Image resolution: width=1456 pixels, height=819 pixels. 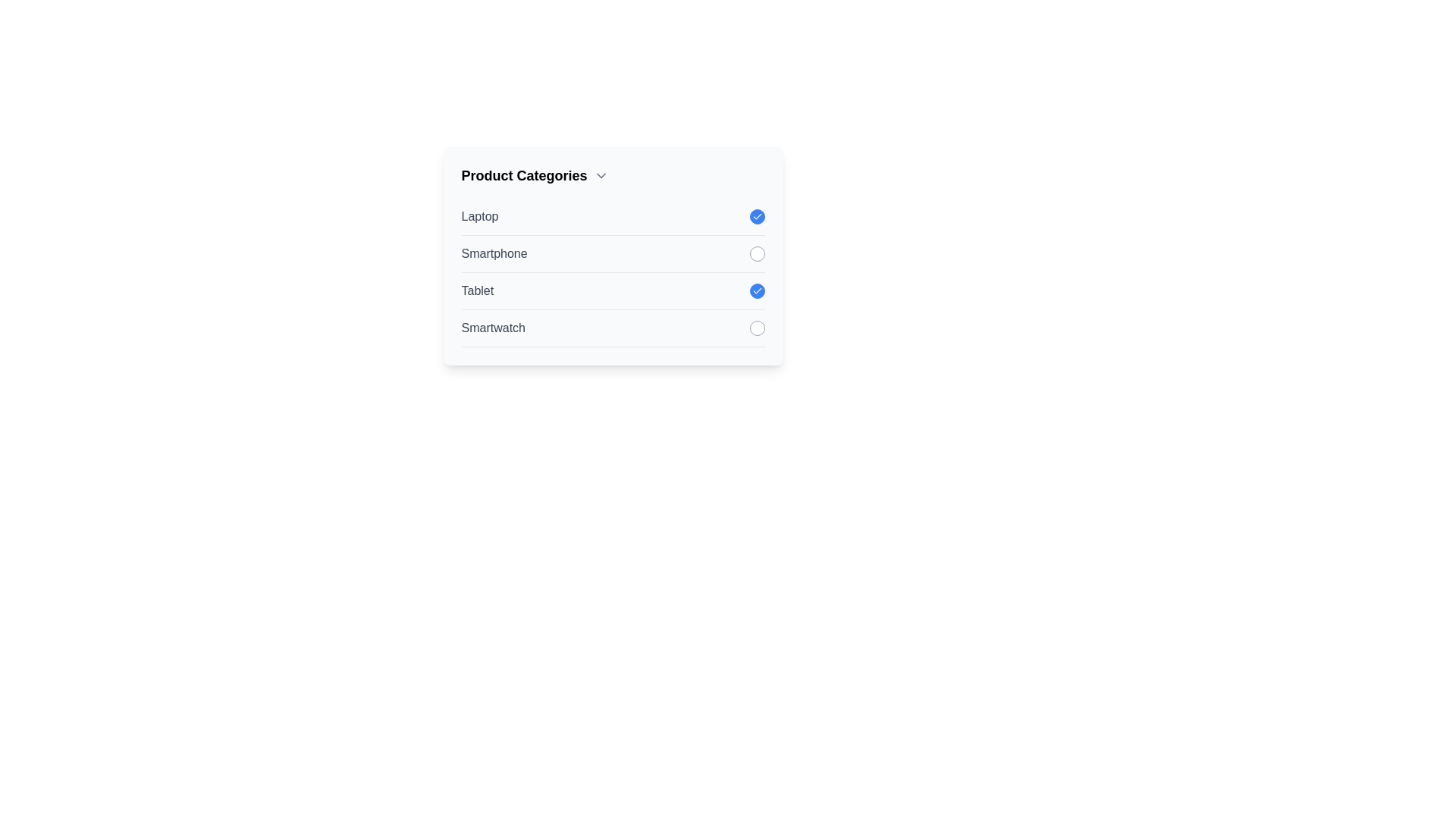 What do you see at coordinates (757, 253) in the screenshot?
I see `the item Smartphone` at bounding box center [757, 253].